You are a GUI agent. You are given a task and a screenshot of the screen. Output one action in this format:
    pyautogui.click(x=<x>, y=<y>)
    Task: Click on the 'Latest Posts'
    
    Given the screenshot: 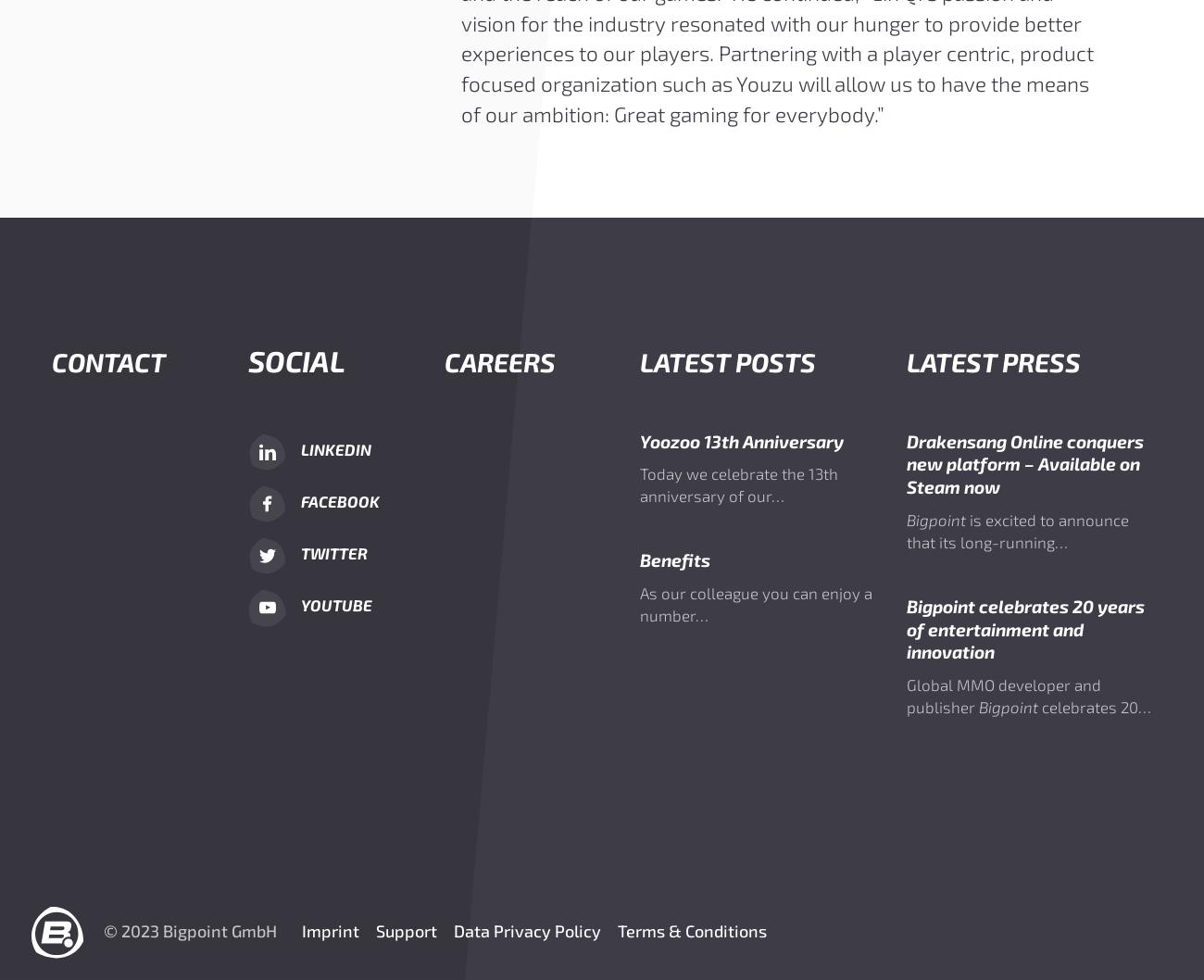 What is the action you would take?
    pyautogui.click(x=726, y=360)
    